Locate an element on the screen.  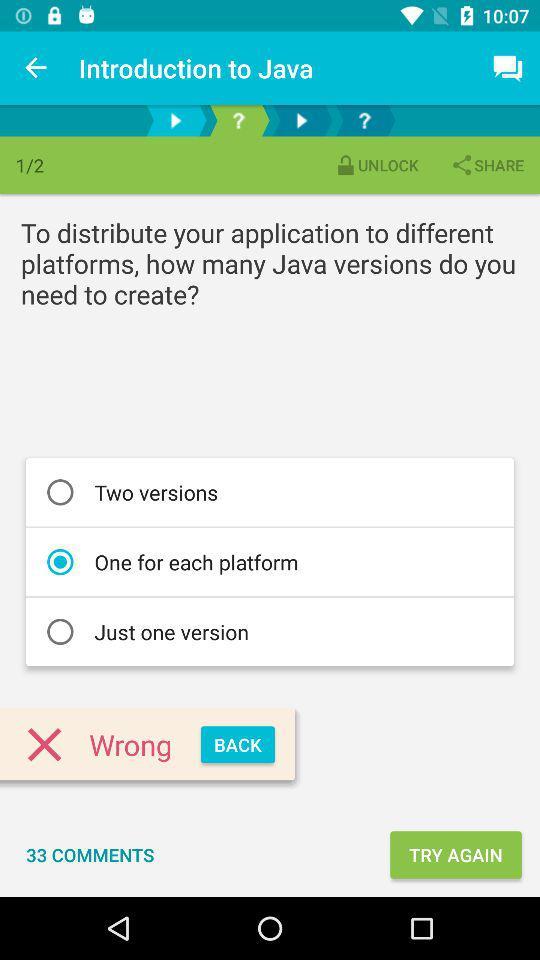
next is located at coordinates (300, 120).